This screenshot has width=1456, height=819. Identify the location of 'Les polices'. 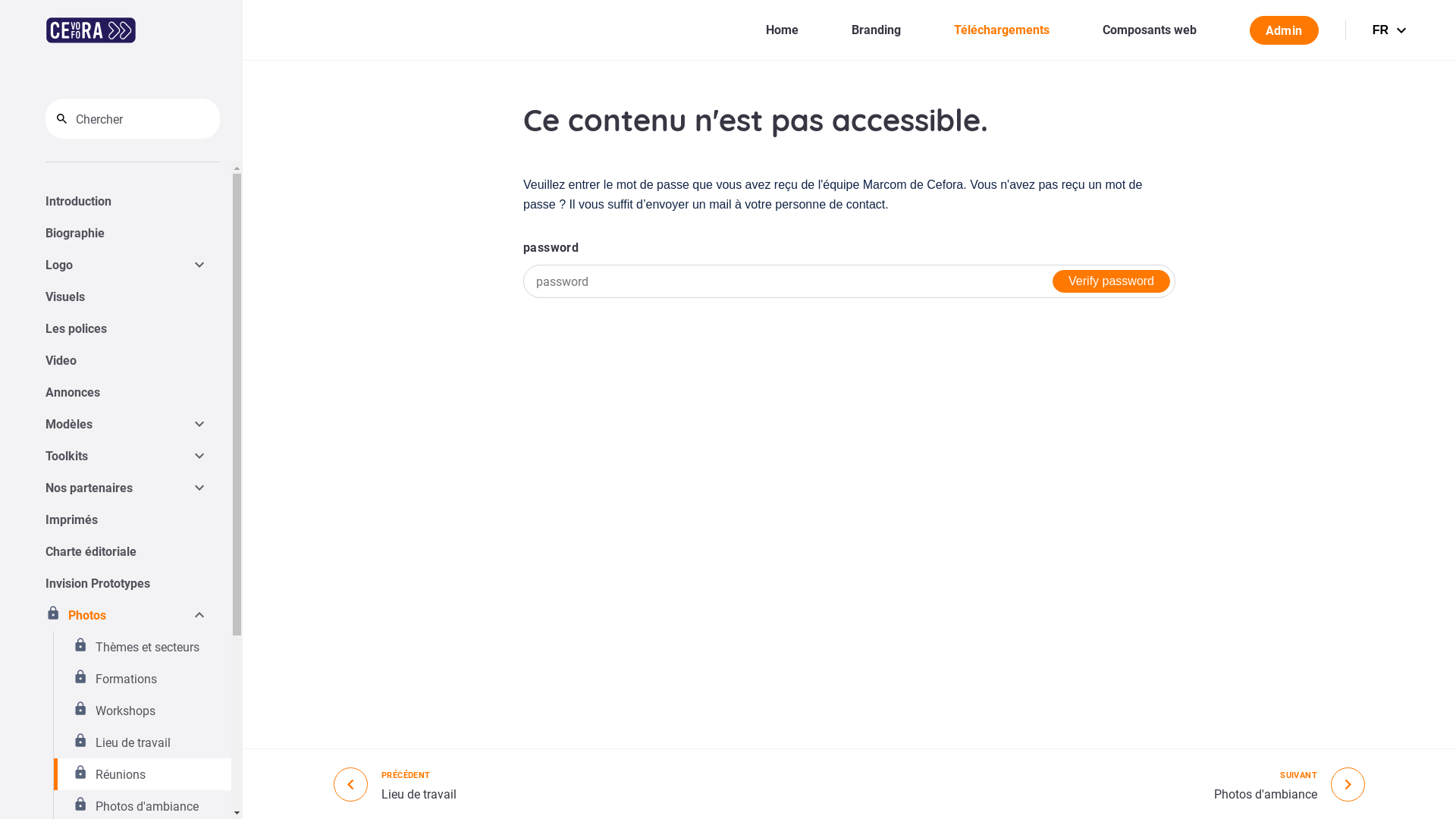
(127, 327).